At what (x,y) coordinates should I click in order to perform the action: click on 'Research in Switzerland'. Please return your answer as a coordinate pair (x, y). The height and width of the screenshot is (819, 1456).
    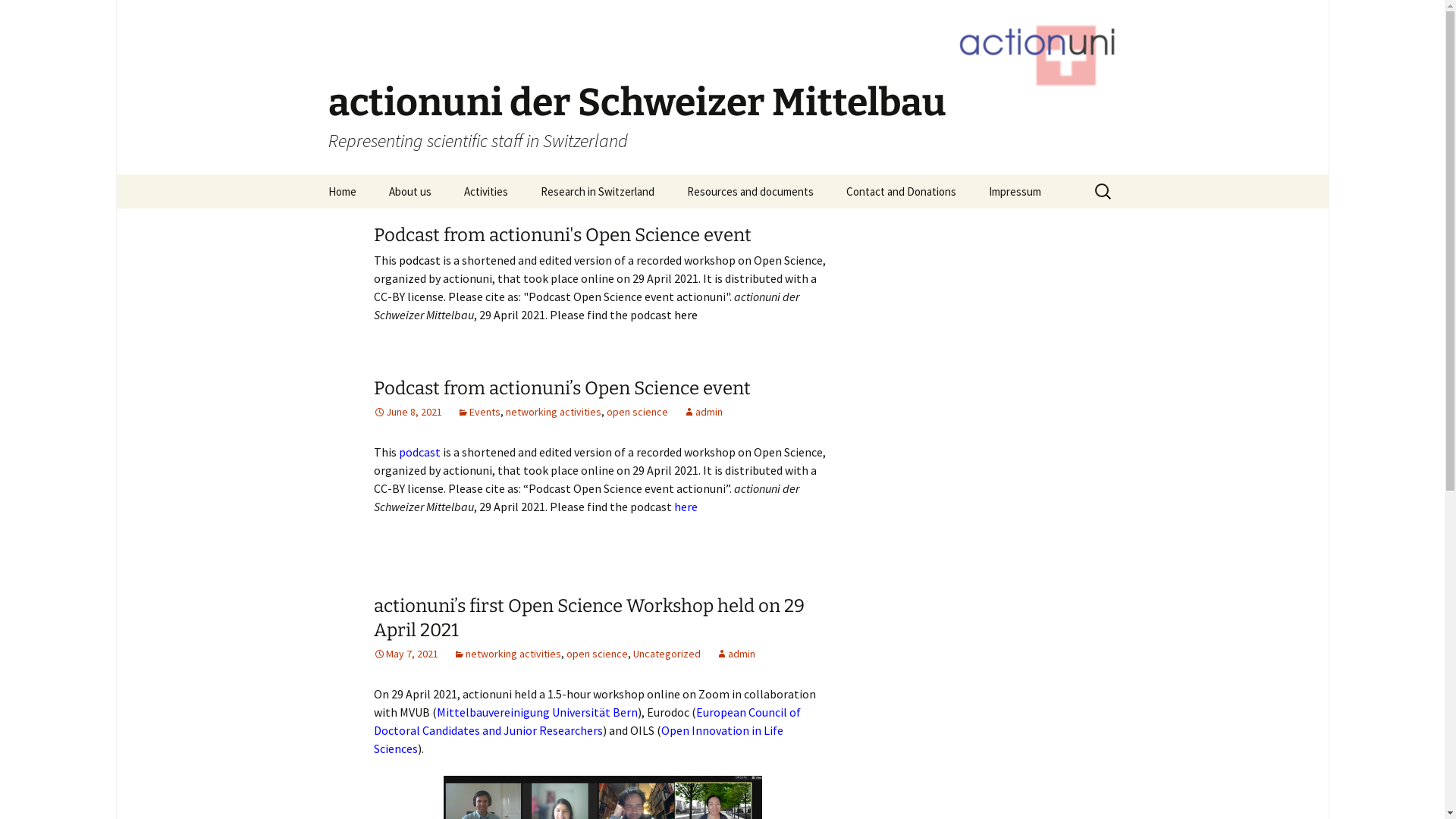
    Looking at the image, I should click on (596, 190).